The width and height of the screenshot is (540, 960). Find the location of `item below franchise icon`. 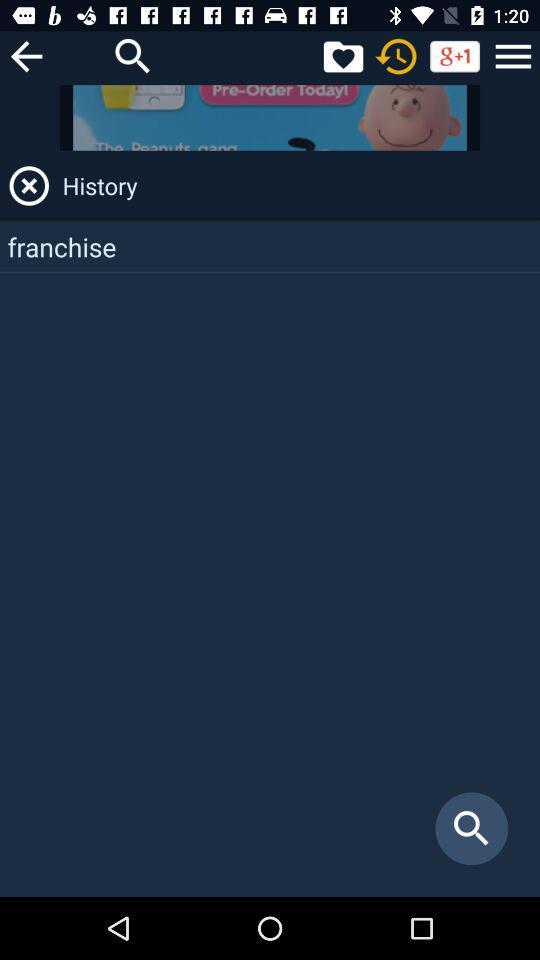

item below franchise icon is located at coordinates (471, 828).